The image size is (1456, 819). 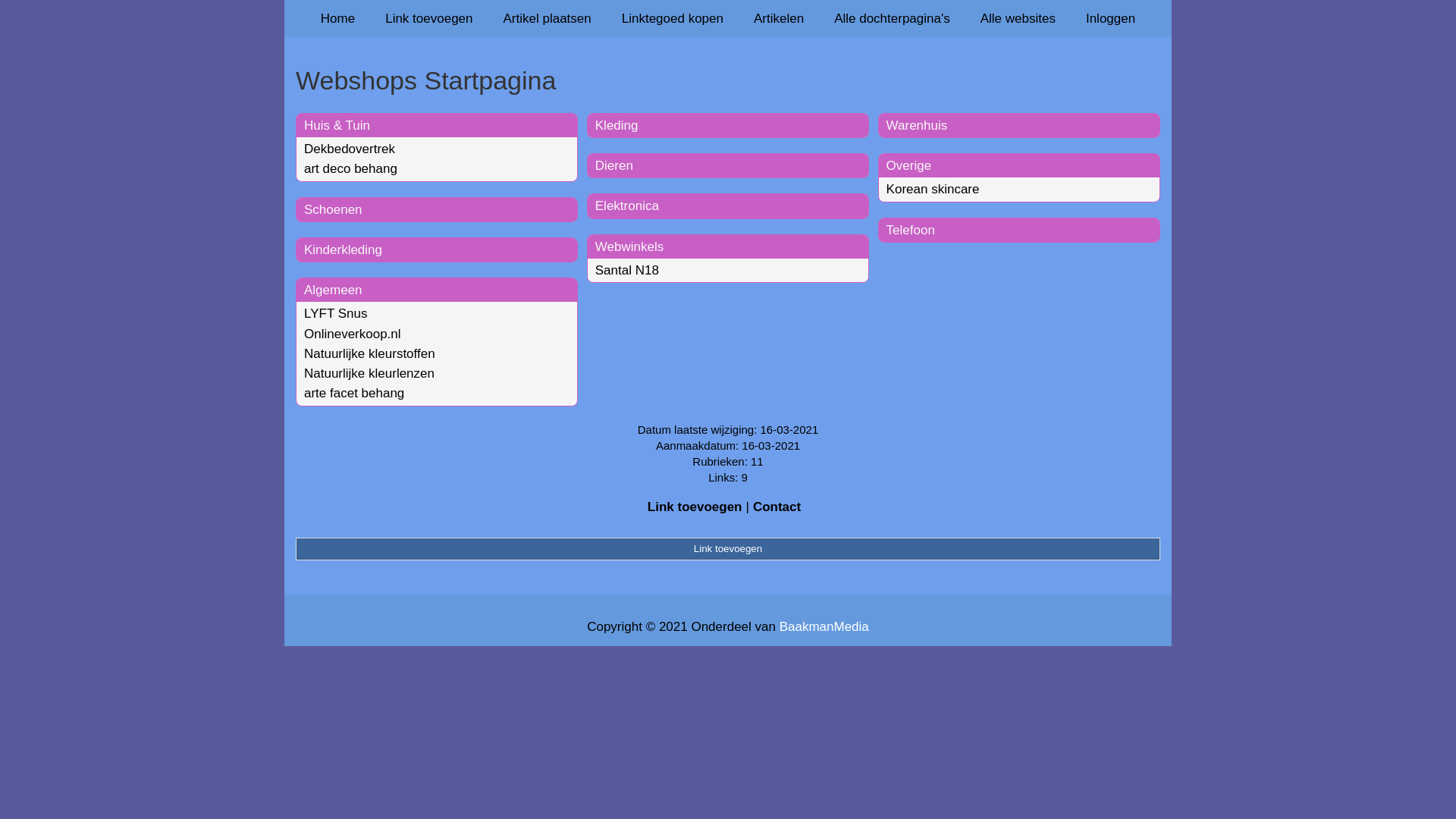 I want to click on 'Dieren', so click(x=614, y=165).